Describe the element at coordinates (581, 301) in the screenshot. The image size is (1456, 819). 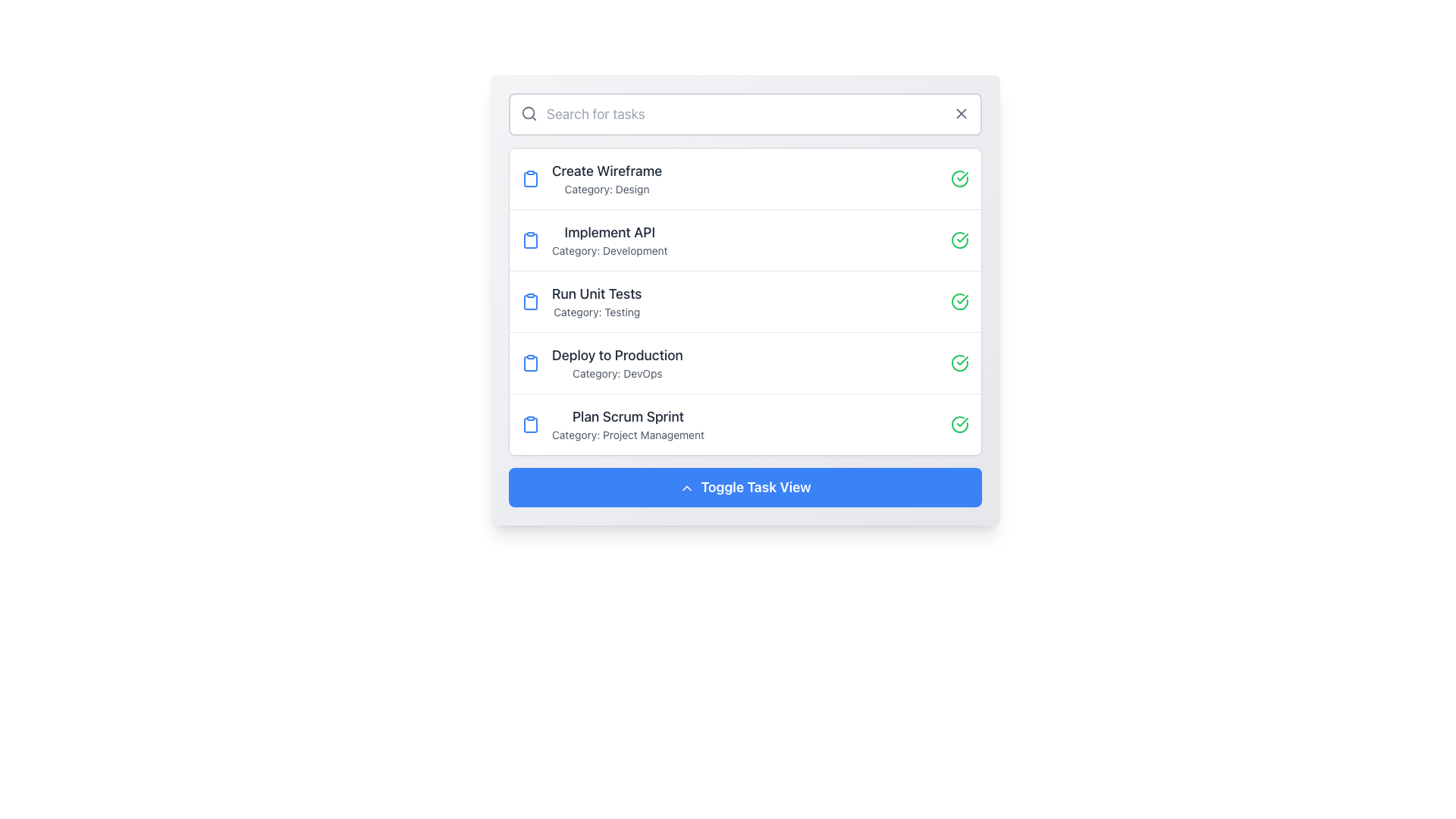
I see `the List Item element that displays 'Run Unit Tests' with a blue clipboard icon, which is the third item in the task list` at that location.